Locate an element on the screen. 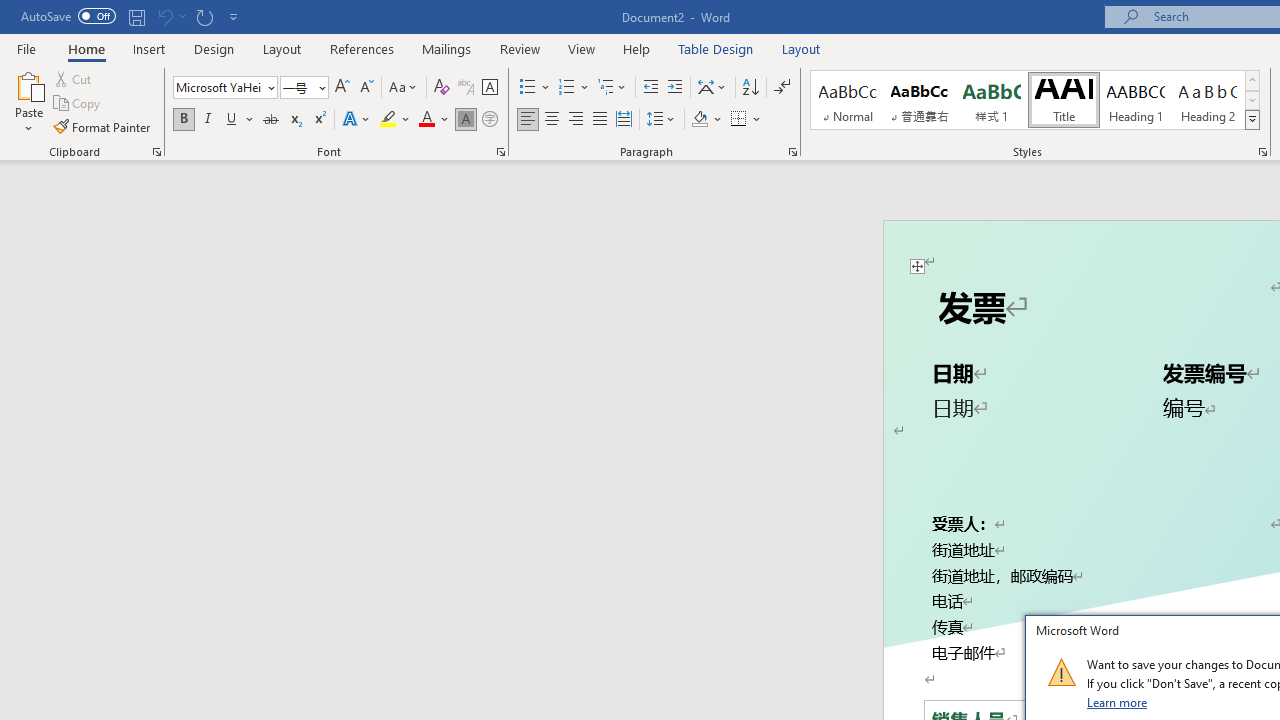 This screenshot has height=720, width=1280. 'Change Case' is located at coordinates (403, 86).